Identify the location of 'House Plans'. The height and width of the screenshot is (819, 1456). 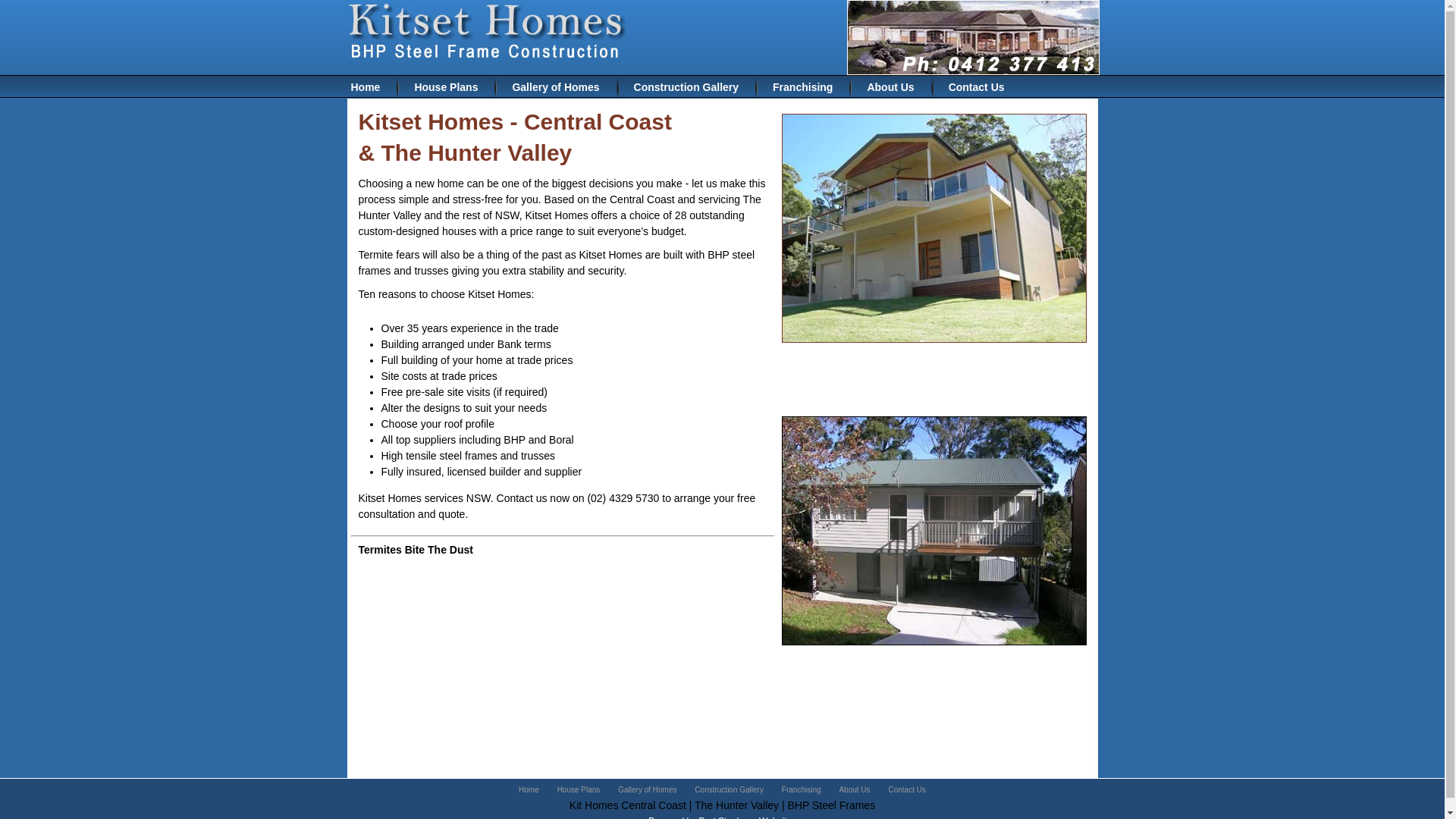
(447, 87).